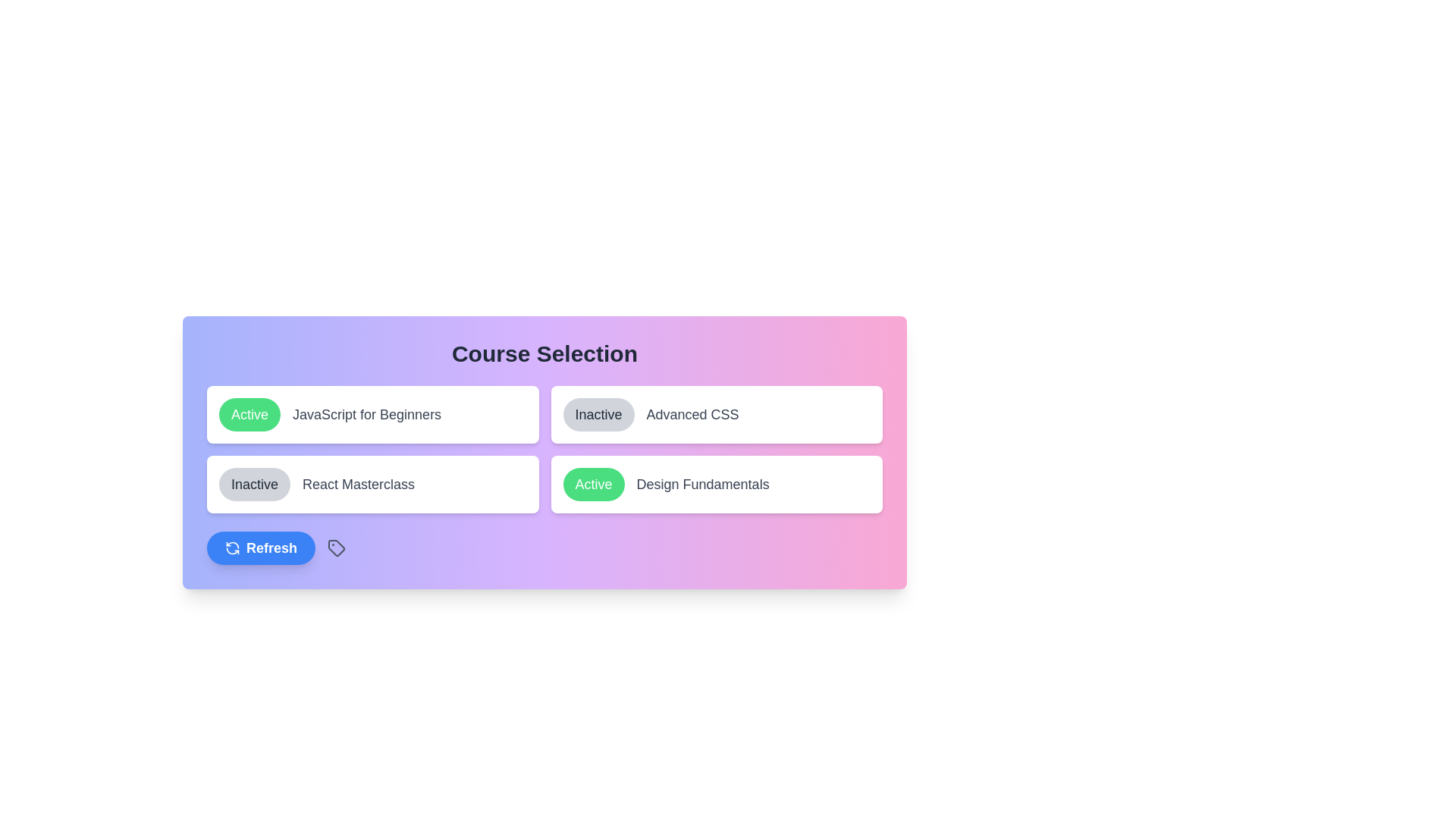 The image size is (1456, 819). Describe the element at coordinates (372, 415) in the screenshot. I see `the active course option card titled 'JavaScript for Beginners', which is the first card in the grid layout under the 'Course Selection' title` at that location.